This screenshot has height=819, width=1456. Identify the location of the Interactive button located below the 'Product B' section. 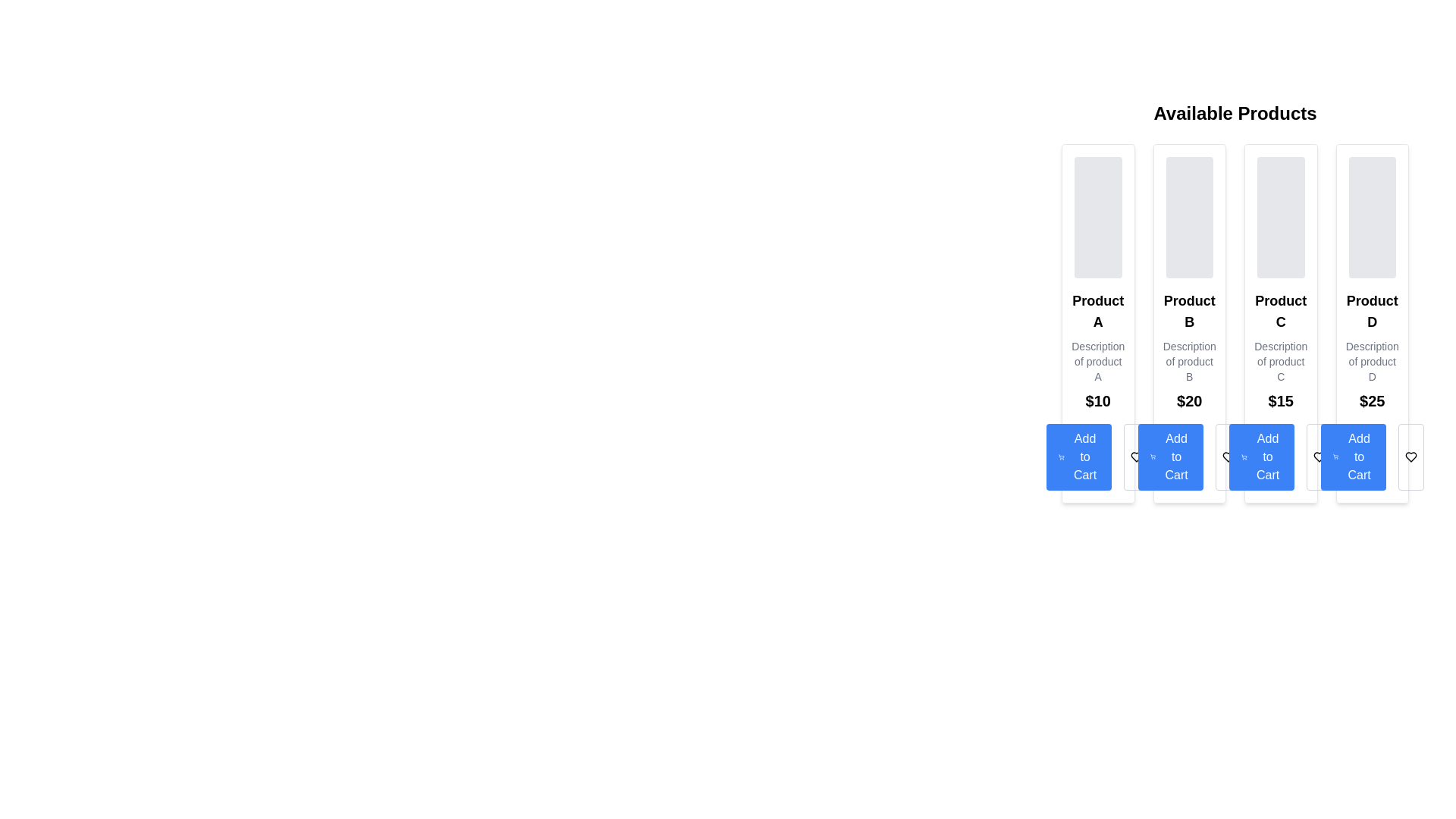
(1188, 456).